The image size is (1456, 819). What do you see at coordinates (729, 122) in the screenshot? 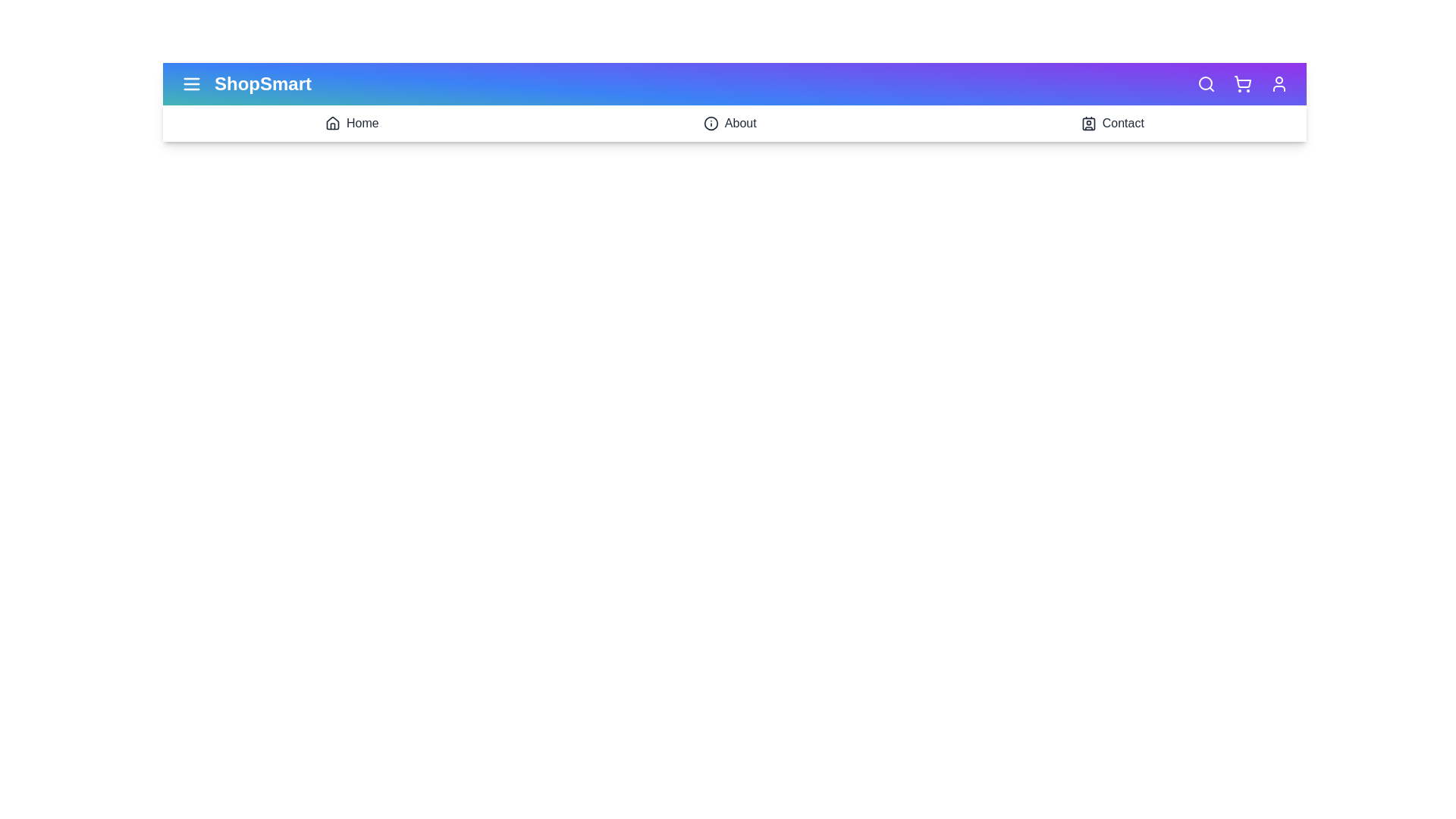
I see `the 'About' icon to navigate to the 'About' section` at bounding box center [729, 122].